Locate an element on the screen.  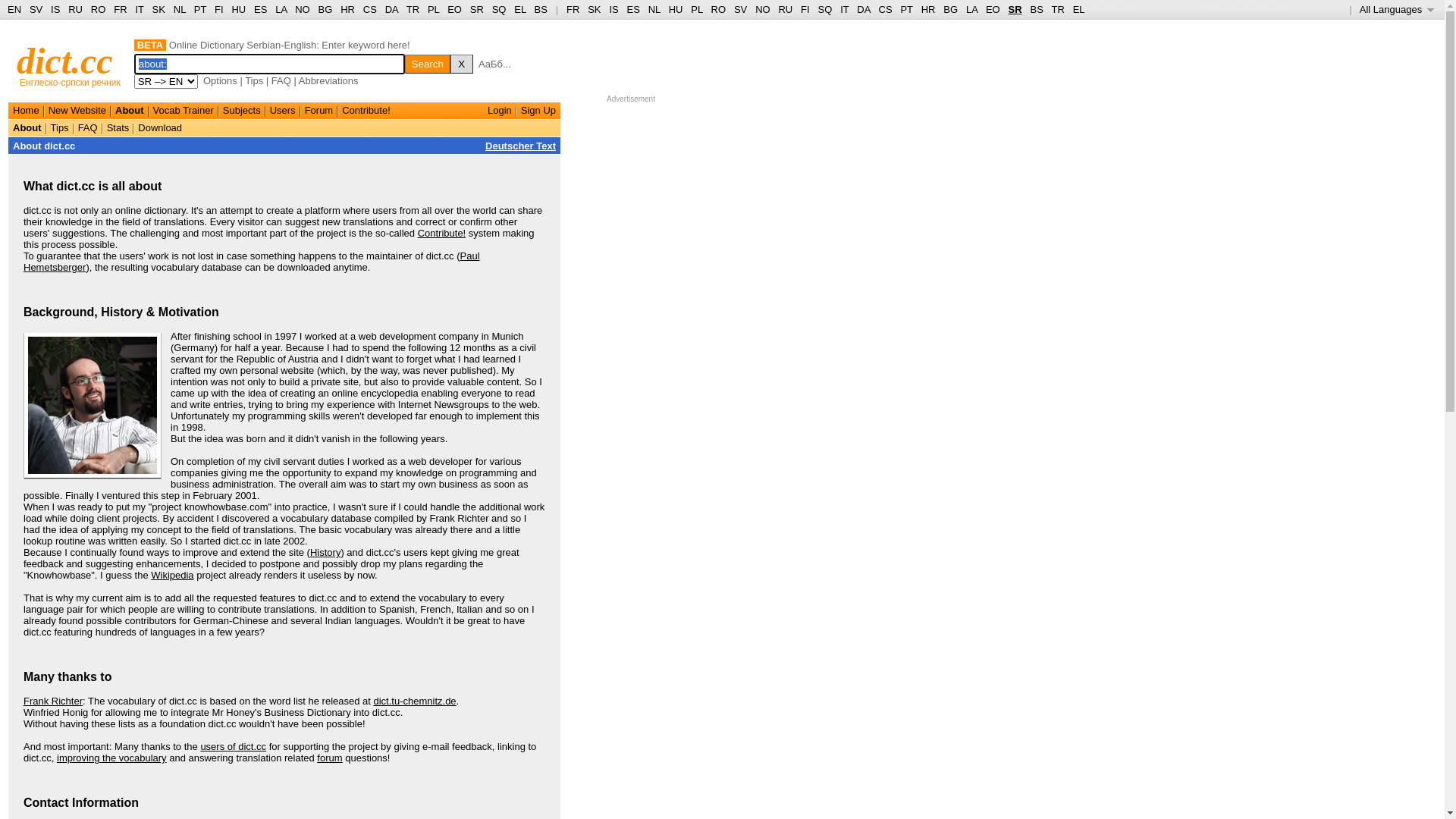
'Download' is located at coordinates (138, 127).